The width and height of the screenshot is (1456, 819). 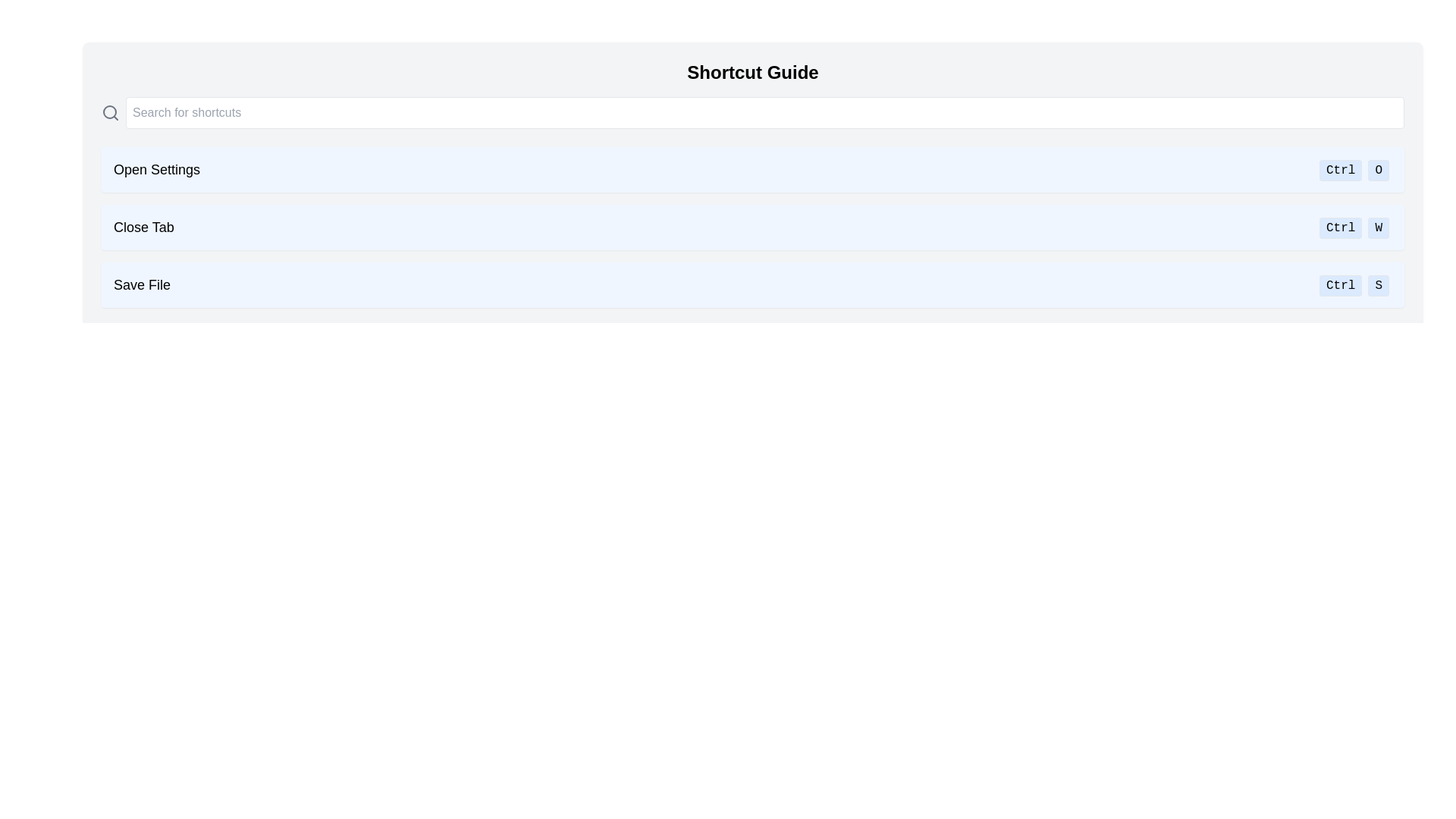 What do you see at coordinates (1379, 170) in the screenshot?
I see `the 'O' key representation of the keyboard shortcut 'Ctrl+O', which is located on the right side of the 'Ctrl' button in the 'Open Settings' section` at bounding box center [1379, 170].